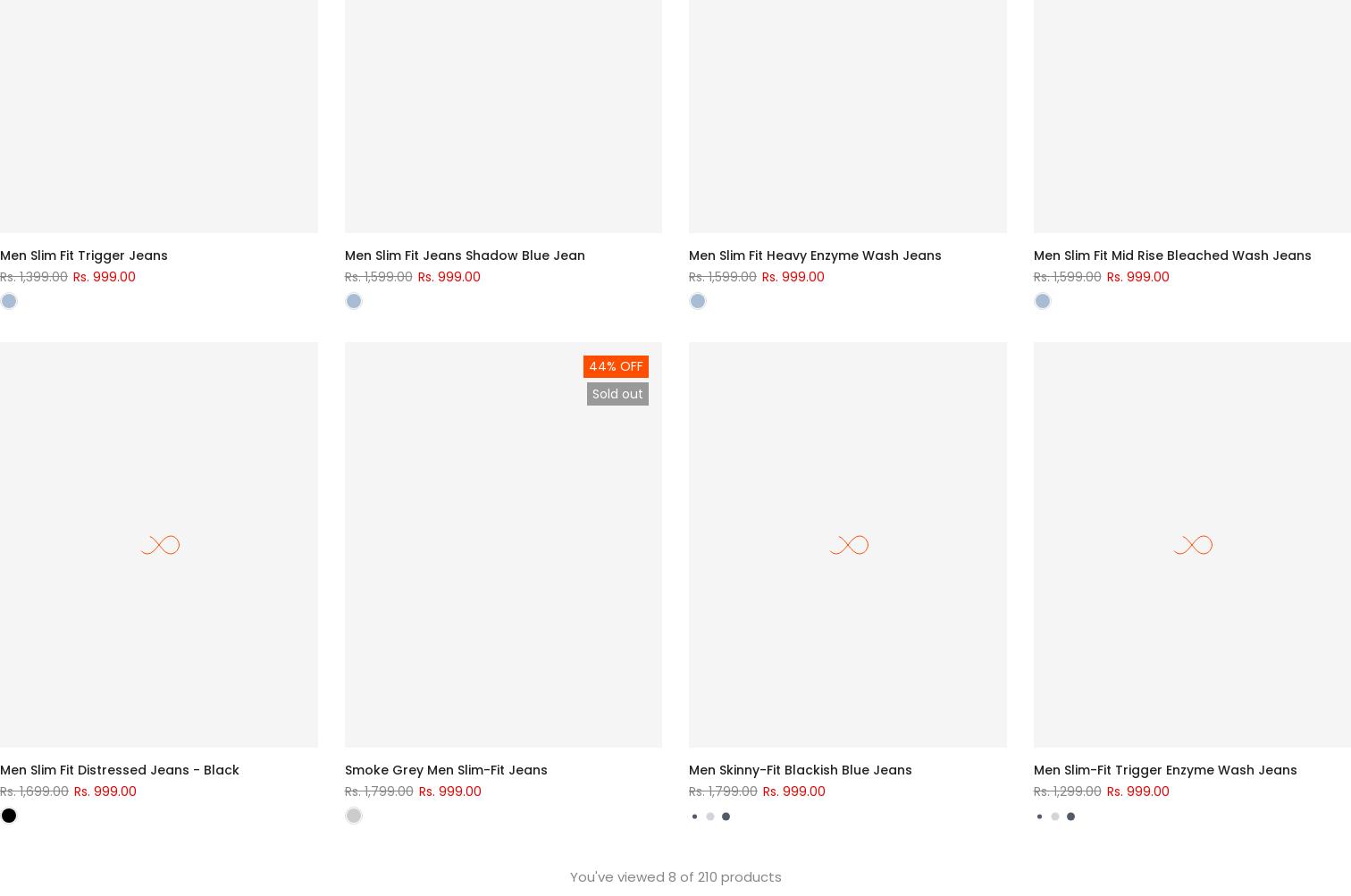 The image size is (1351, 896). I want to click on 'Men Slim Fit Heavy Enzyme Wash Jeans', so click(688, 254).